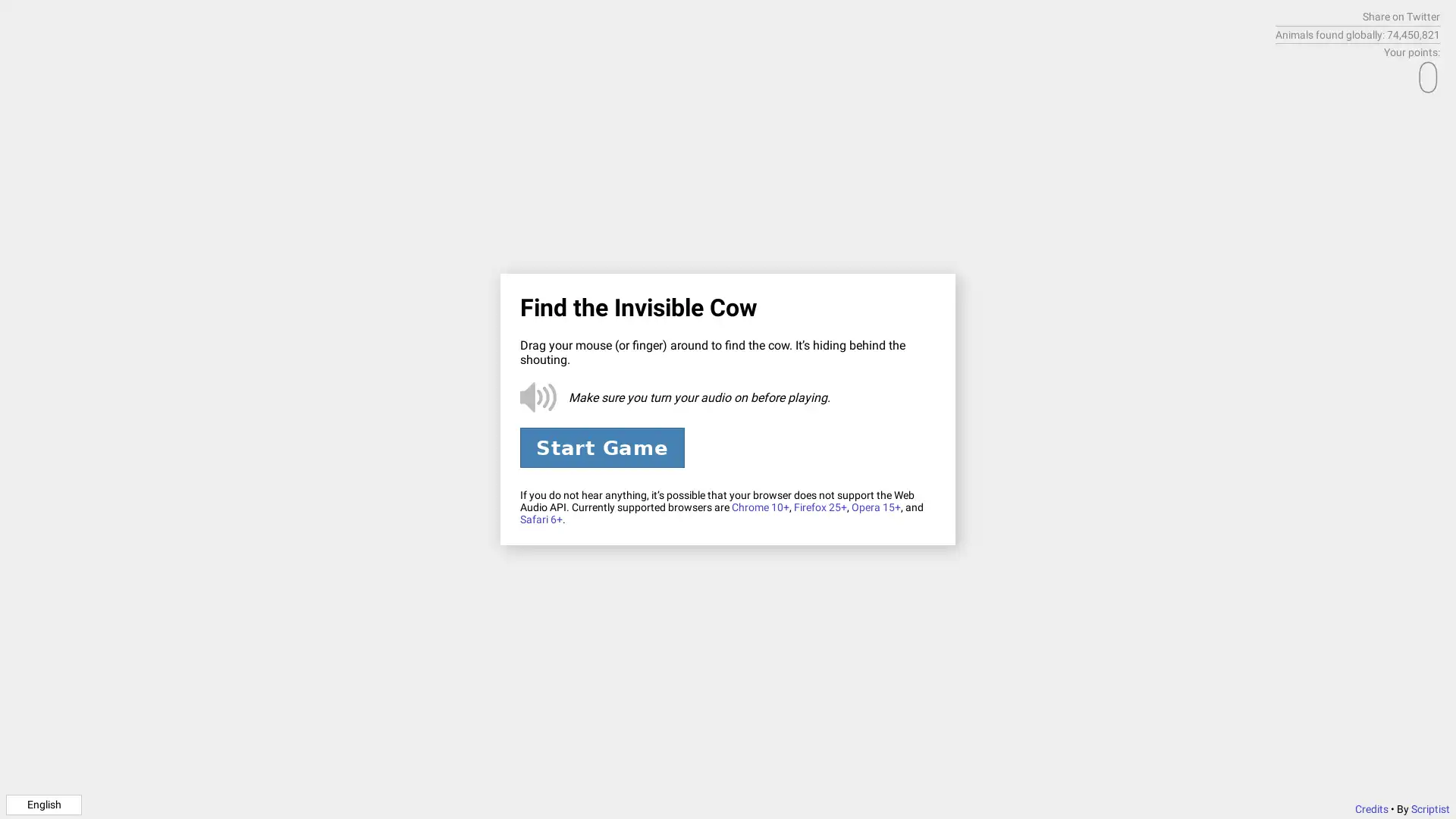  Describe the element at coordinates (1401, 17) in the screenshot. I see `Share on Twitter` at that location.